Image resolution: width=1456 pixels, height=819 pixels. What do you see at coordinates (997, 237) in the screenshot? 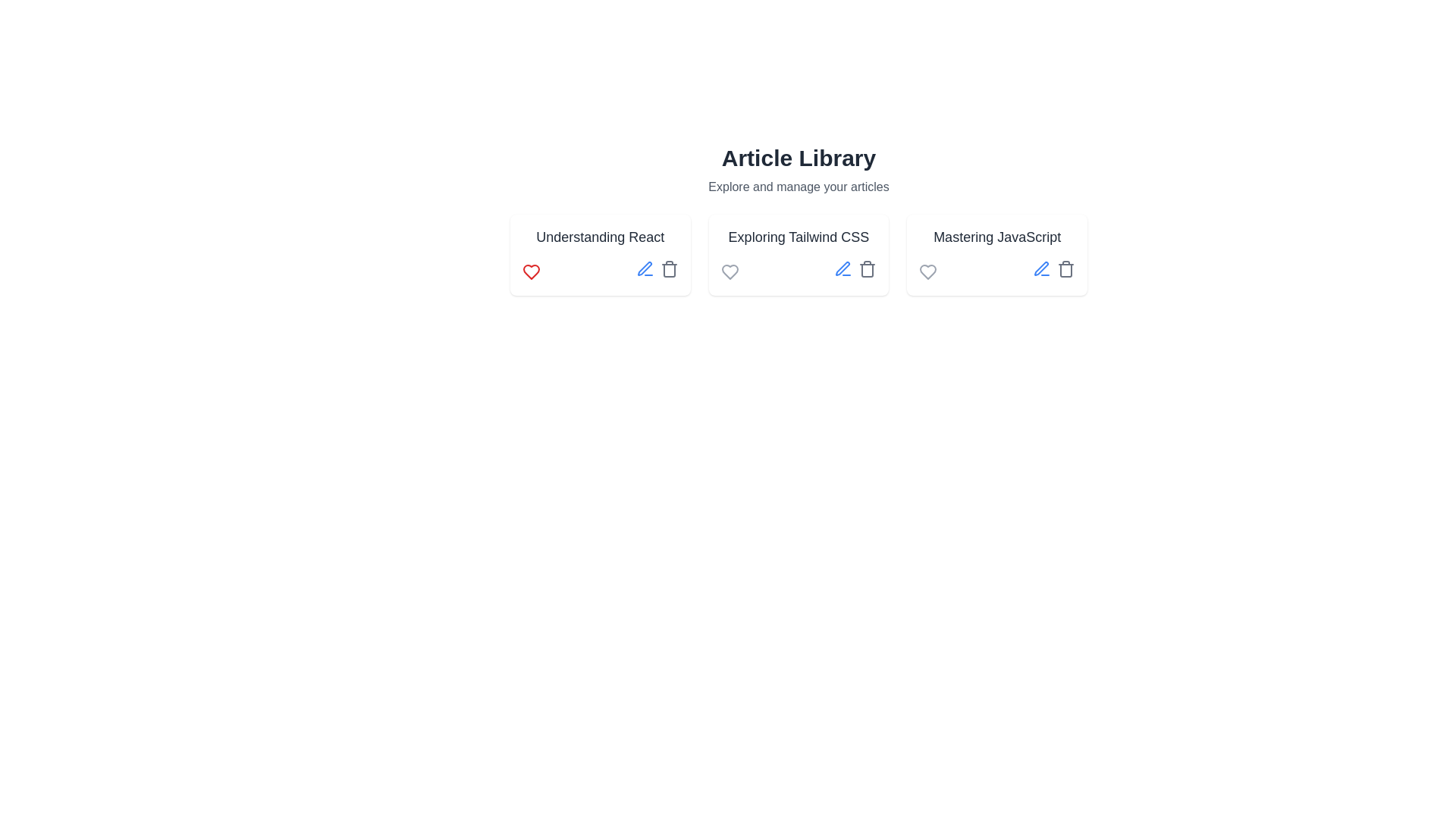
I see `the text label that serves as the title for the last content card in the 'Article Library' section, located near the top of the card` at bounding box center [997, 237].